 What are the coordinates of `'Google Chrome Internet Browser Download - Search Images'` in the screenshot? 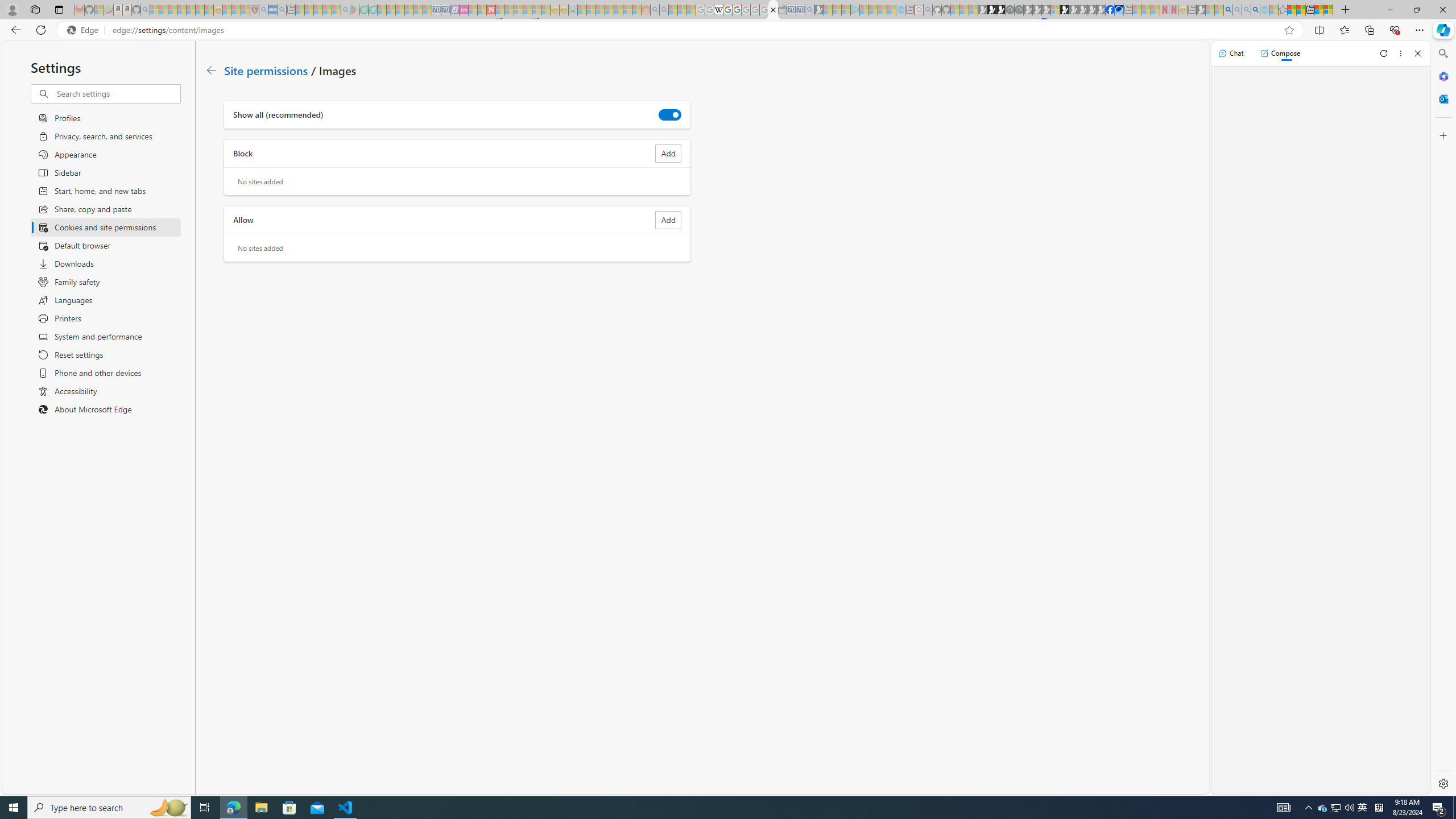 It's located at (1256, 9).